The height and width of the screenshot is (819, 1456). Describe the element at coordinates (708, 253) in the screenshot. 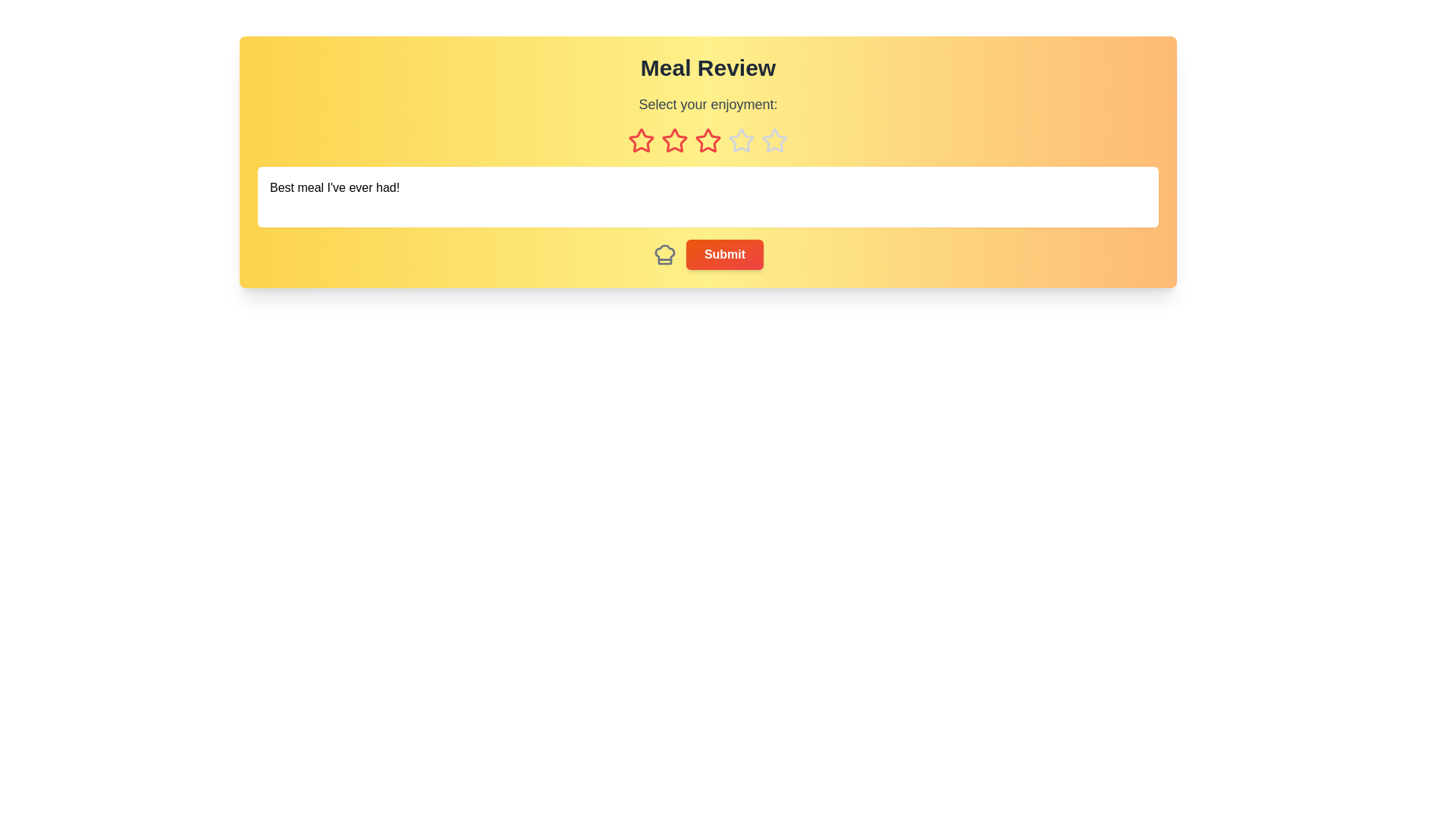

I see `the 'Submit' button, which has a gradient background from orange to red and contains the text 'Submit' in bold white font, along with a chef's hat icon on the left` at that location.